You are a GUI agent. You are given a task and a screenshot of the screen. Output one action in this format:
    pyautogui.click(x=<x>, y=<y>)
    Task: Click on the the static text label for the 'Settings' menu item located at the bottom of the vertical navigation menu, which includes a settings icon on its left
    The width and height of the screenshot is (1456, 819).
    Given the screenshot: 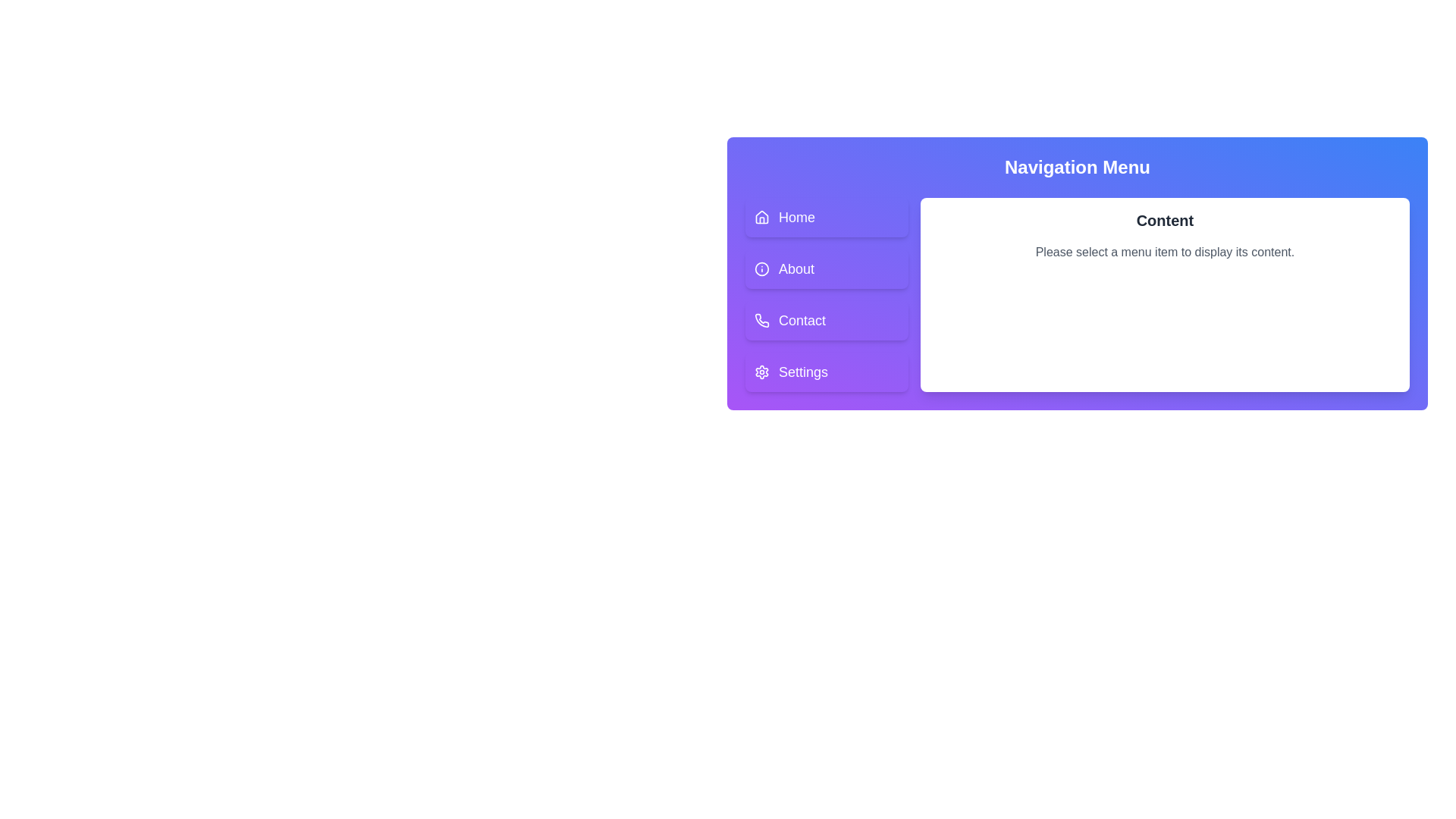 What is the action you would take?
    pyautogui.click(x=802, y=372)
    